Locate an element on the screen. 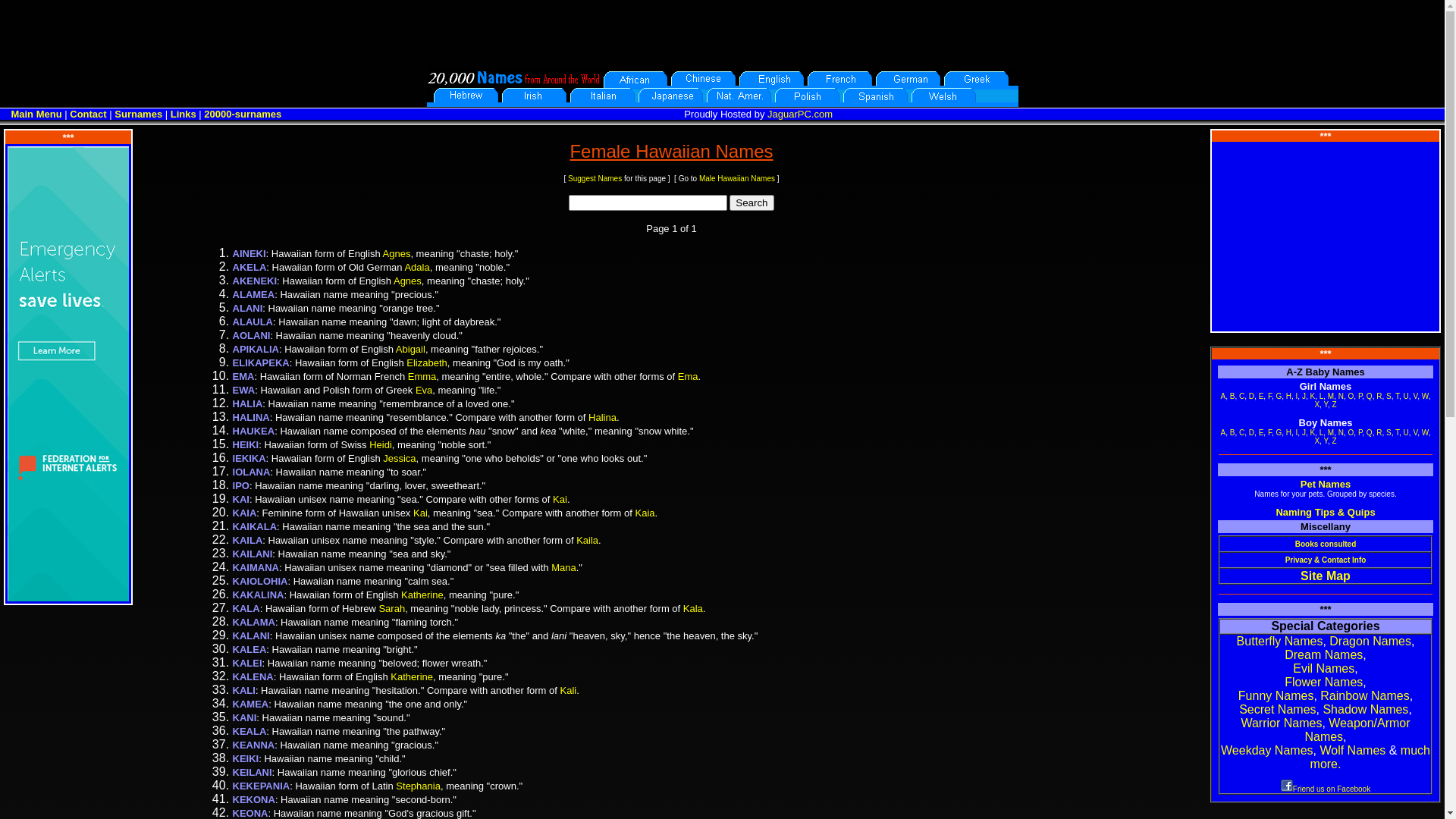 Image resolution: width=1456 pixels, height=819 pixels. 'X' is located at coordinates (1316, 441).